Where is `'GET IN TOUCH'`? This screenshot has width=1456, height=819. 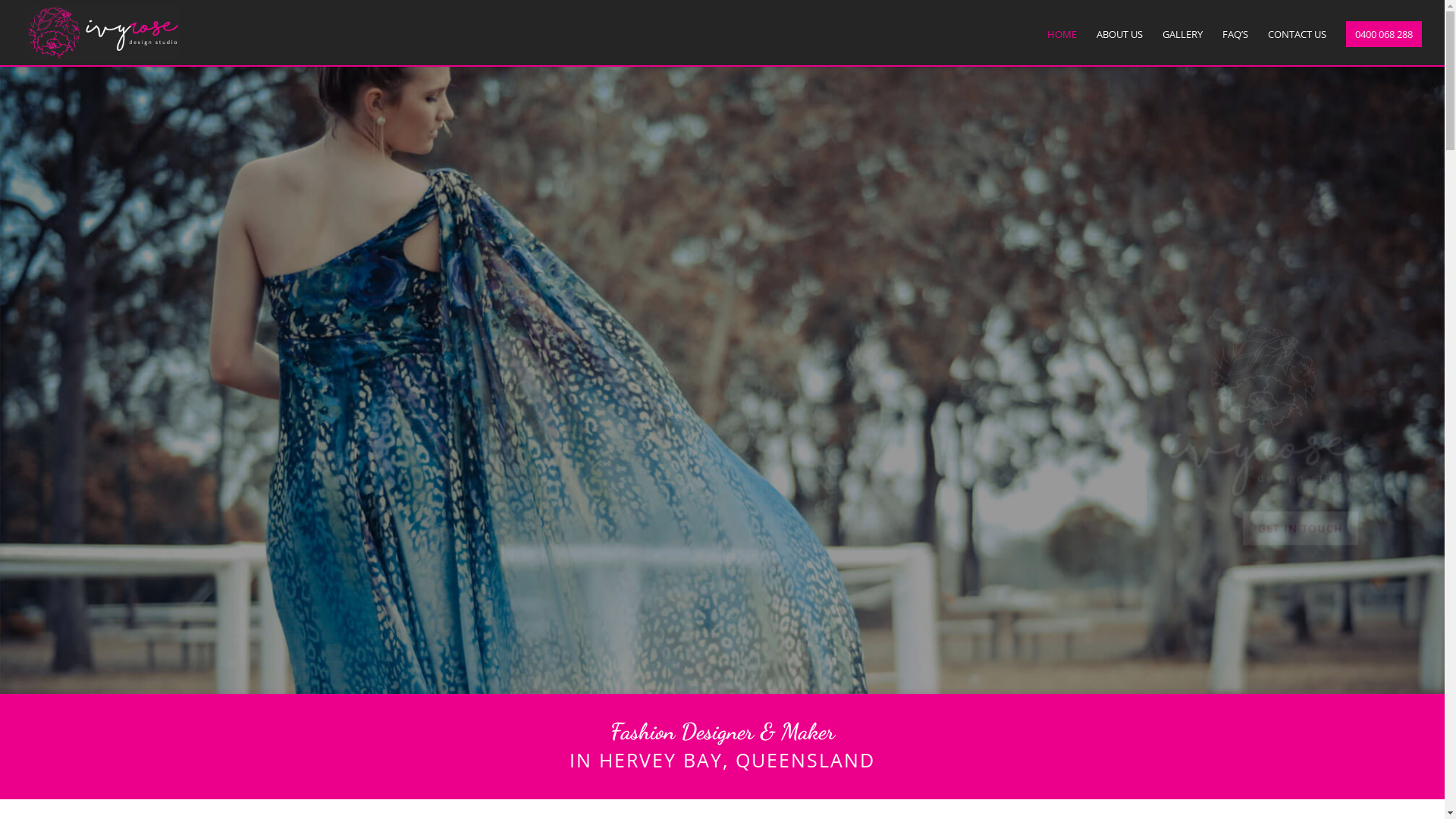 'GET IN TOUCH' is located at coordinates (86, 471).